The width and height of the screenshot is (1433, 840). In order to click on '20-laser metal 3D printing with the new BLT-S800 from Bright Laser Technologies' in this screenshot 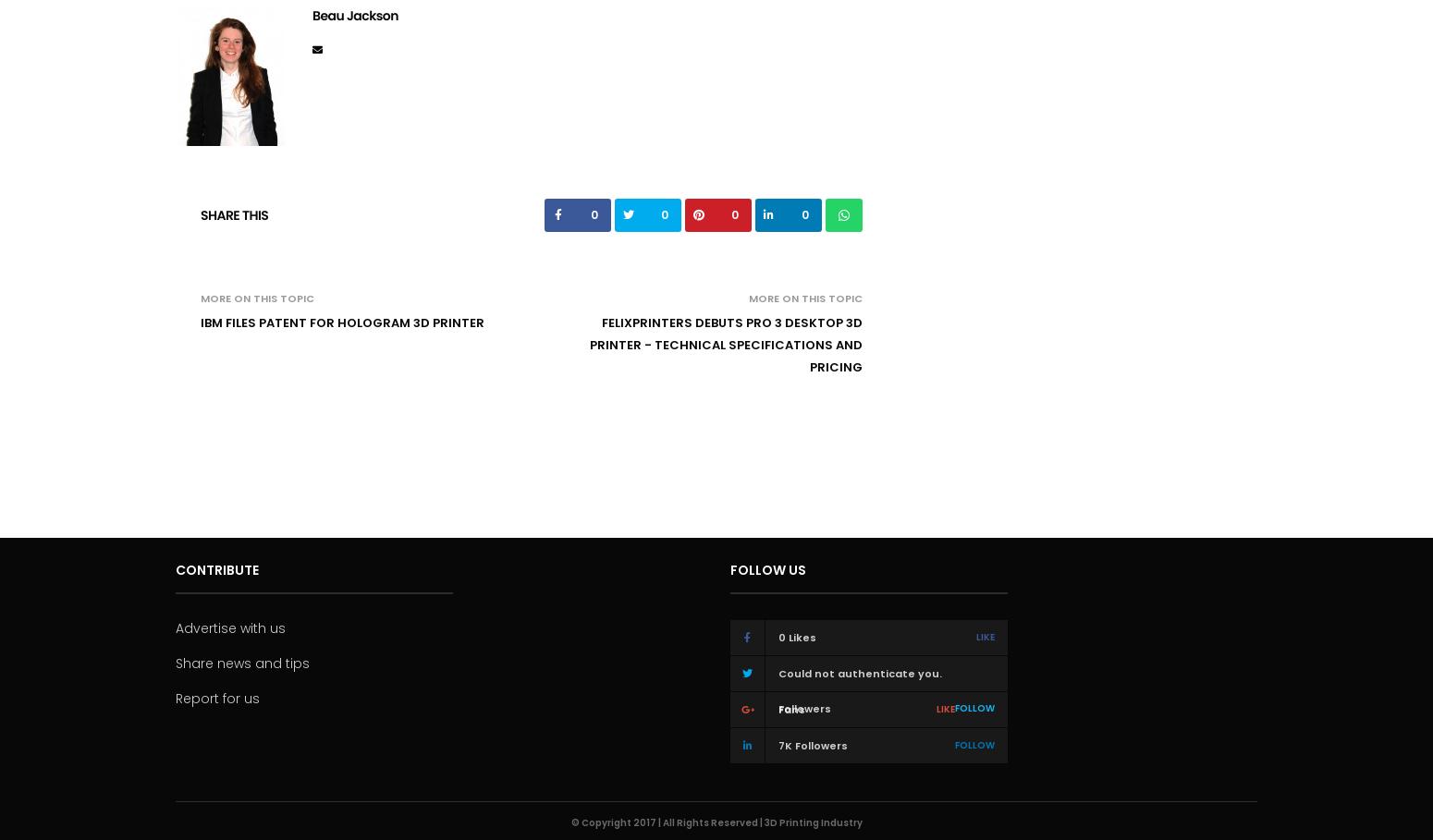, I will do `click(1081, 204)`.